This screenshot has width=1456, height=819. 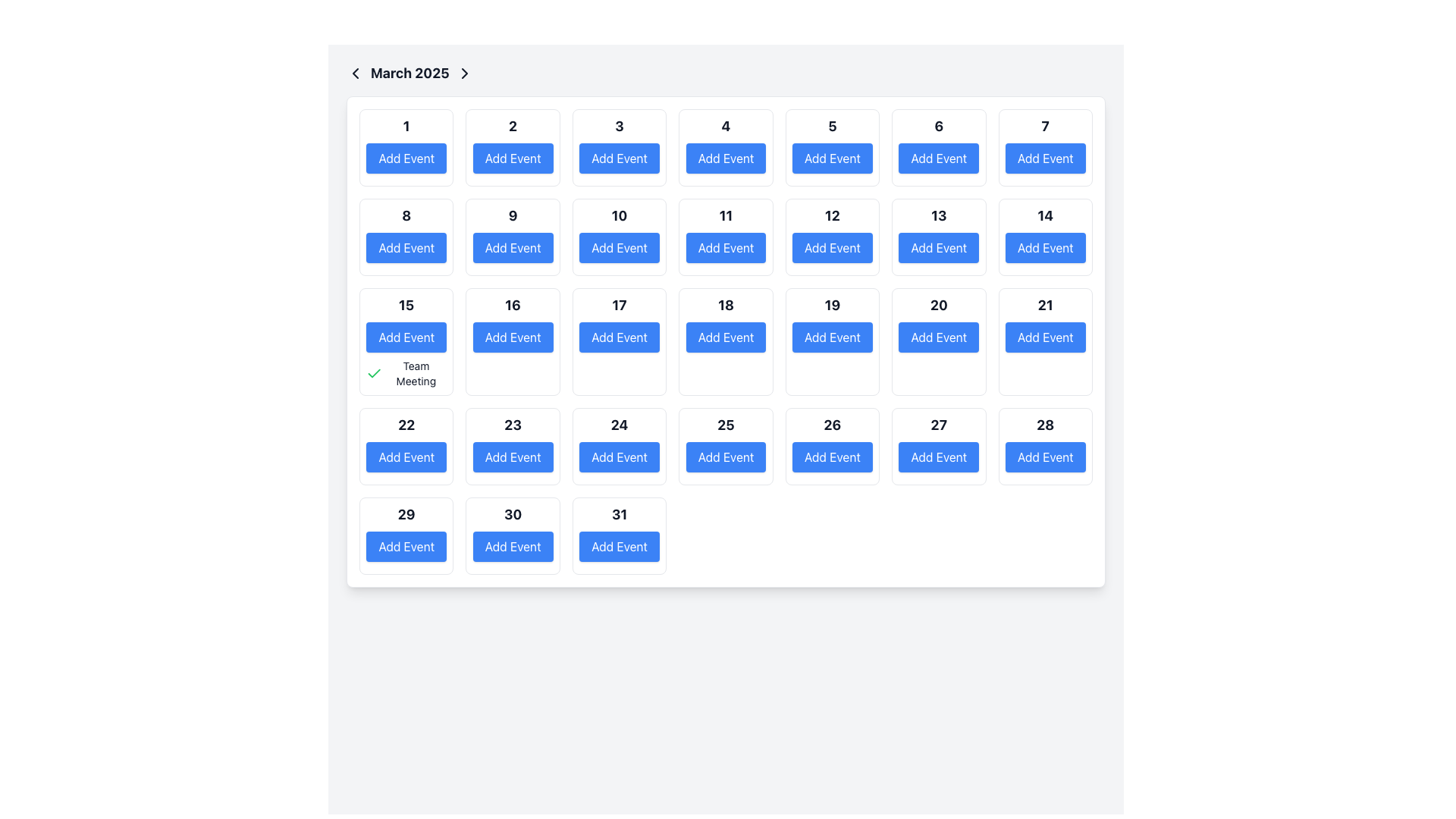 What do you see at coordinates (938, 148) in the screenshot?
I see `the 'Add Event' button located in the calendar cell displaying the number '6'` at bounding box center [938, 148].